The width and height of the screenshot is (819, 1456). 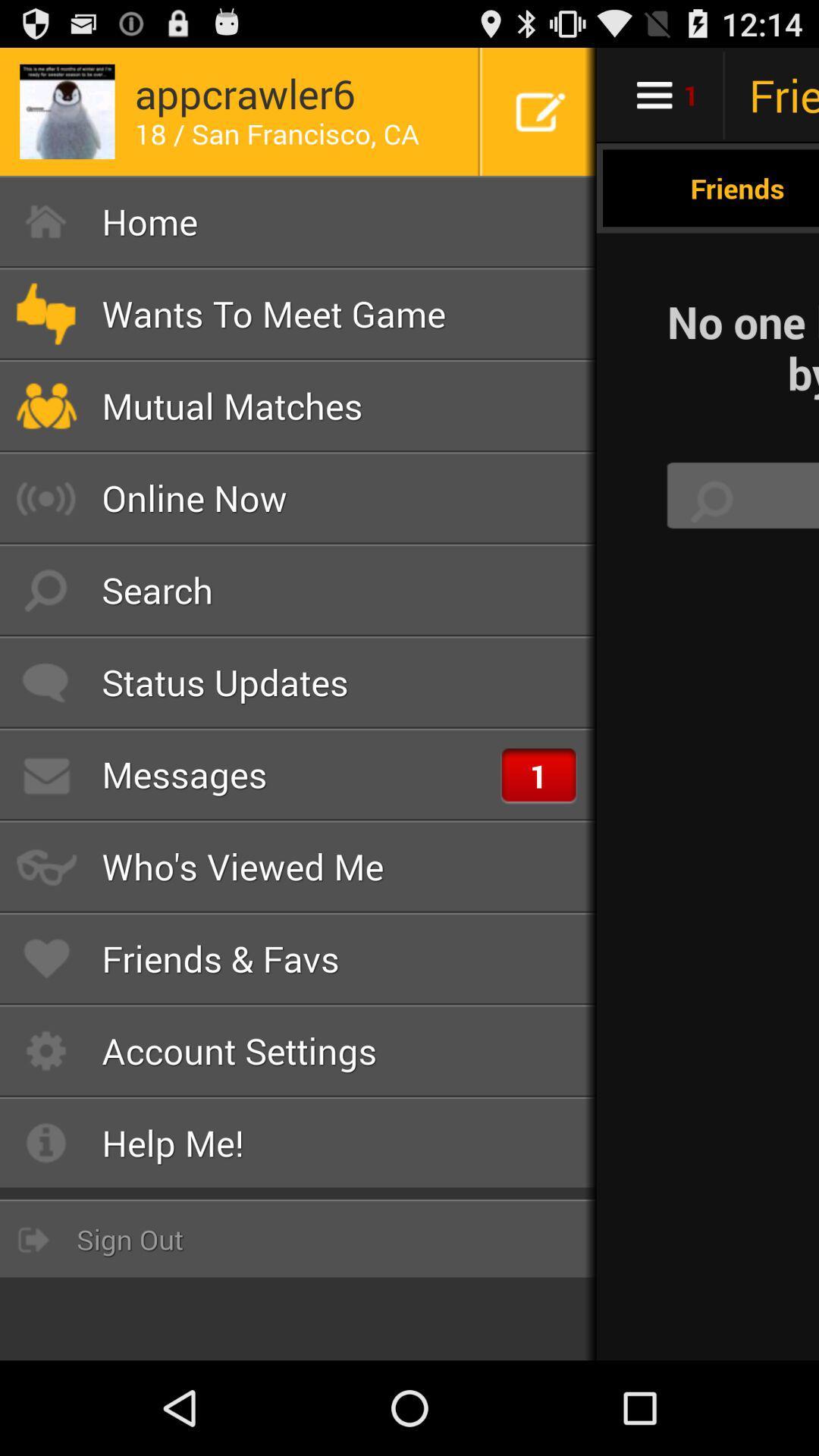 What do you see at coordinates (708, 101) in the screenshot?
I see `the menu icon` at bounding box center [708, 101].